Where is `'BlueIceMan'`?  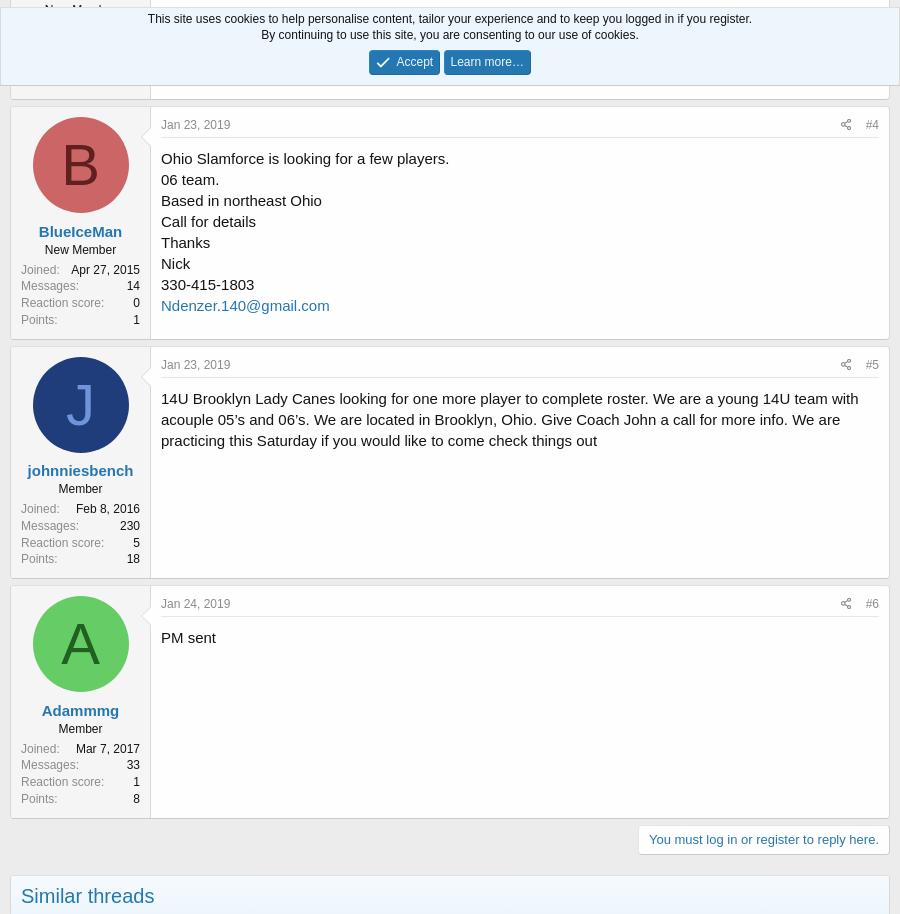 'BlueIceMan' is located at coordinates (79, 229).